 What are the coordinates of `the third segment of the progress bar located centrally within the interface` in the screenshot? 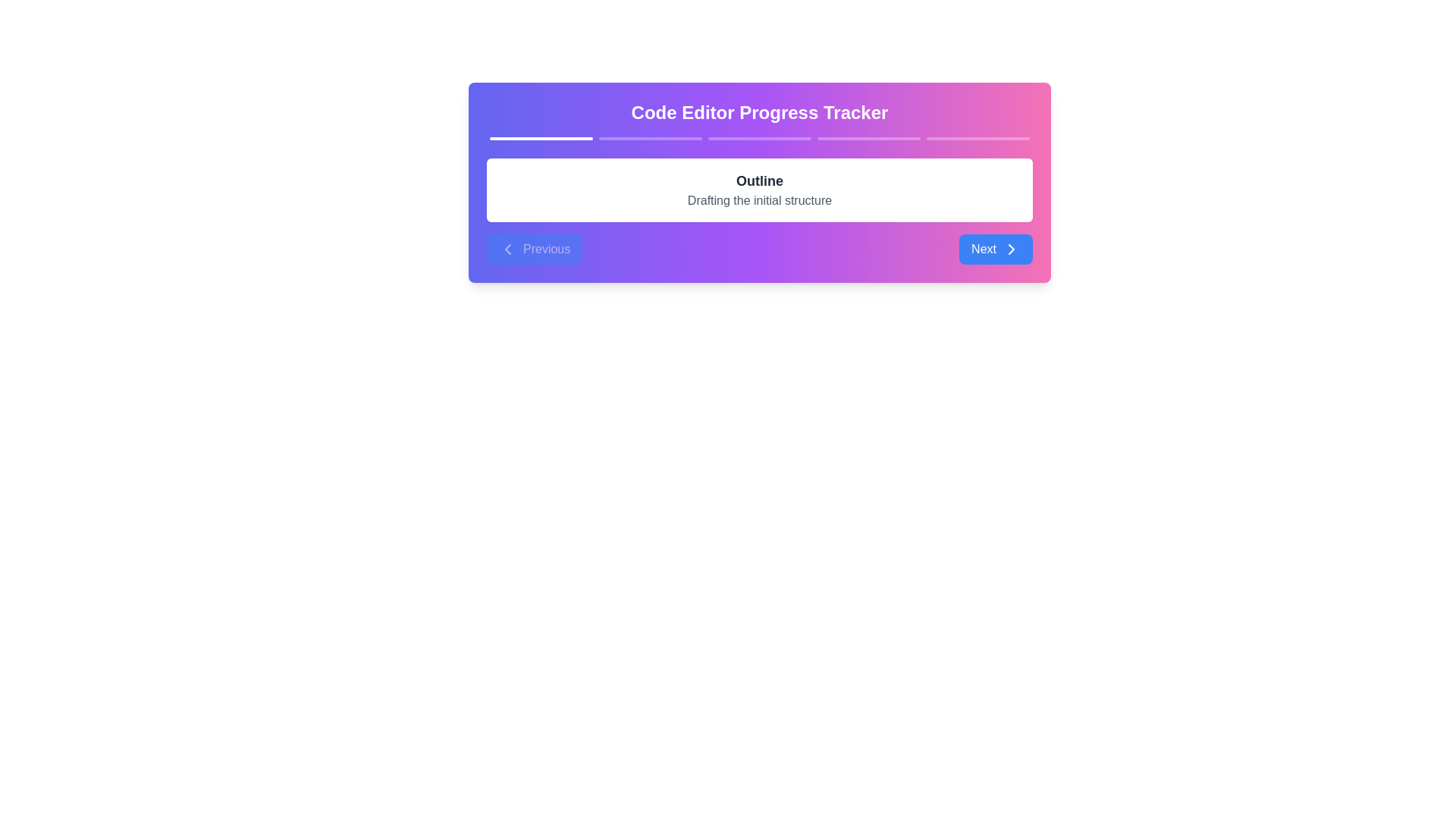 It's located at (760, 138).